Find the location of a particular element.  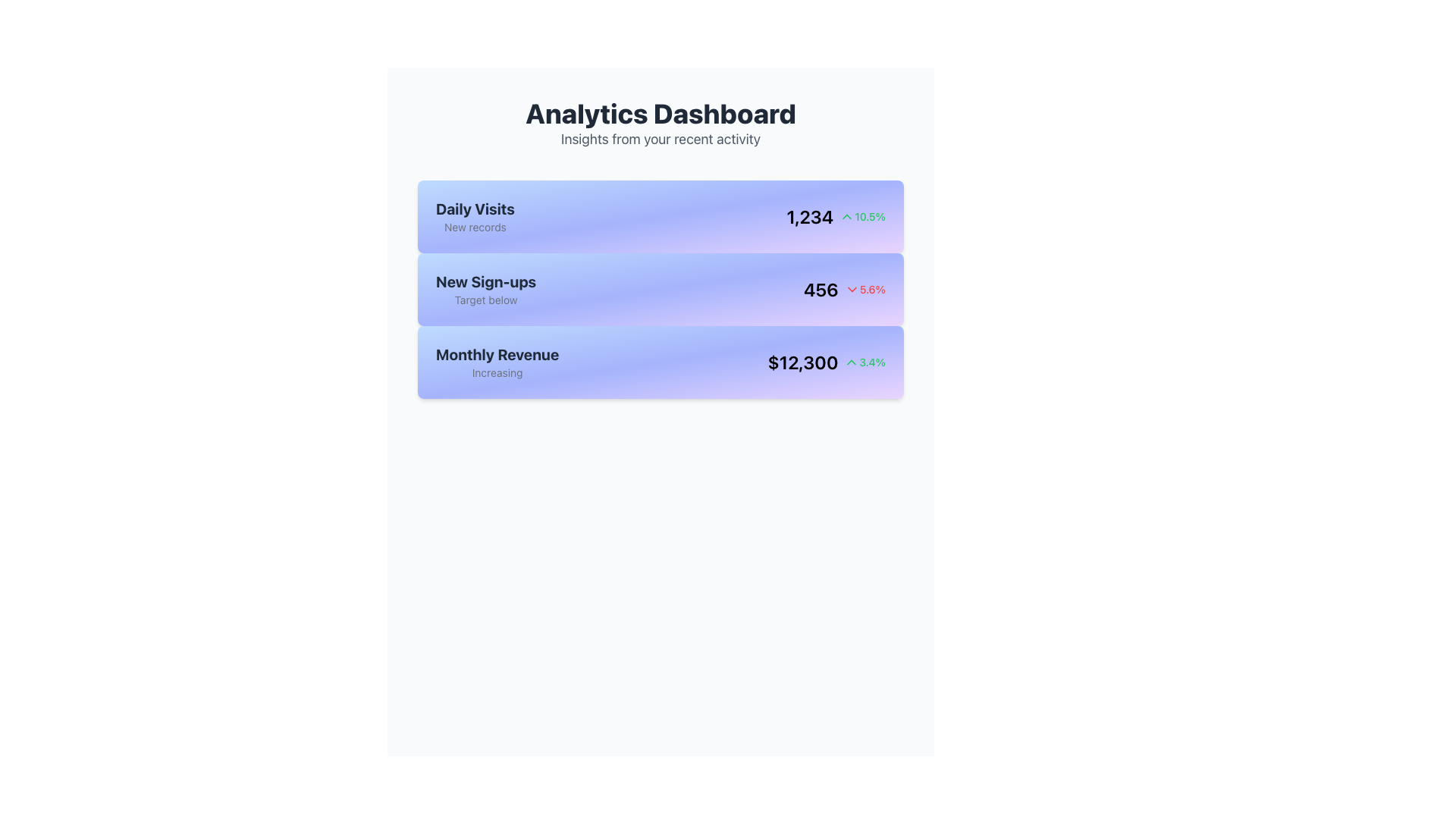

Text and Icon Display showing the numeric value '4565.6%' with a red downward arrow icon, located in the right section of the 'New Sign-ups' component is located at coordinates (843, 289).